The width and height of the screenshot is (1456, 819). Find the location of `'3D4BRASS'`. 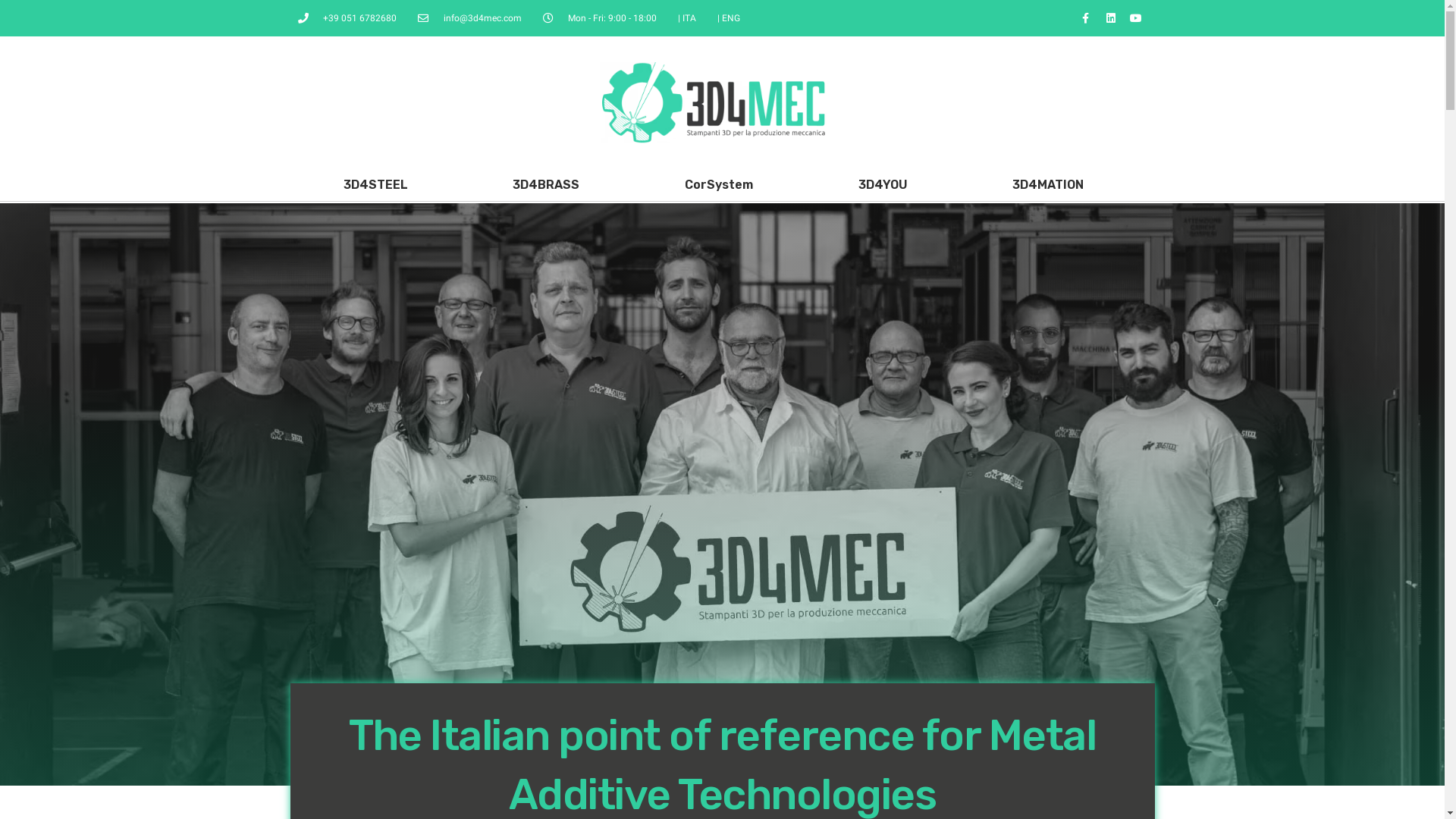

'3D4BRASS' is located at coordinates (546, 184).